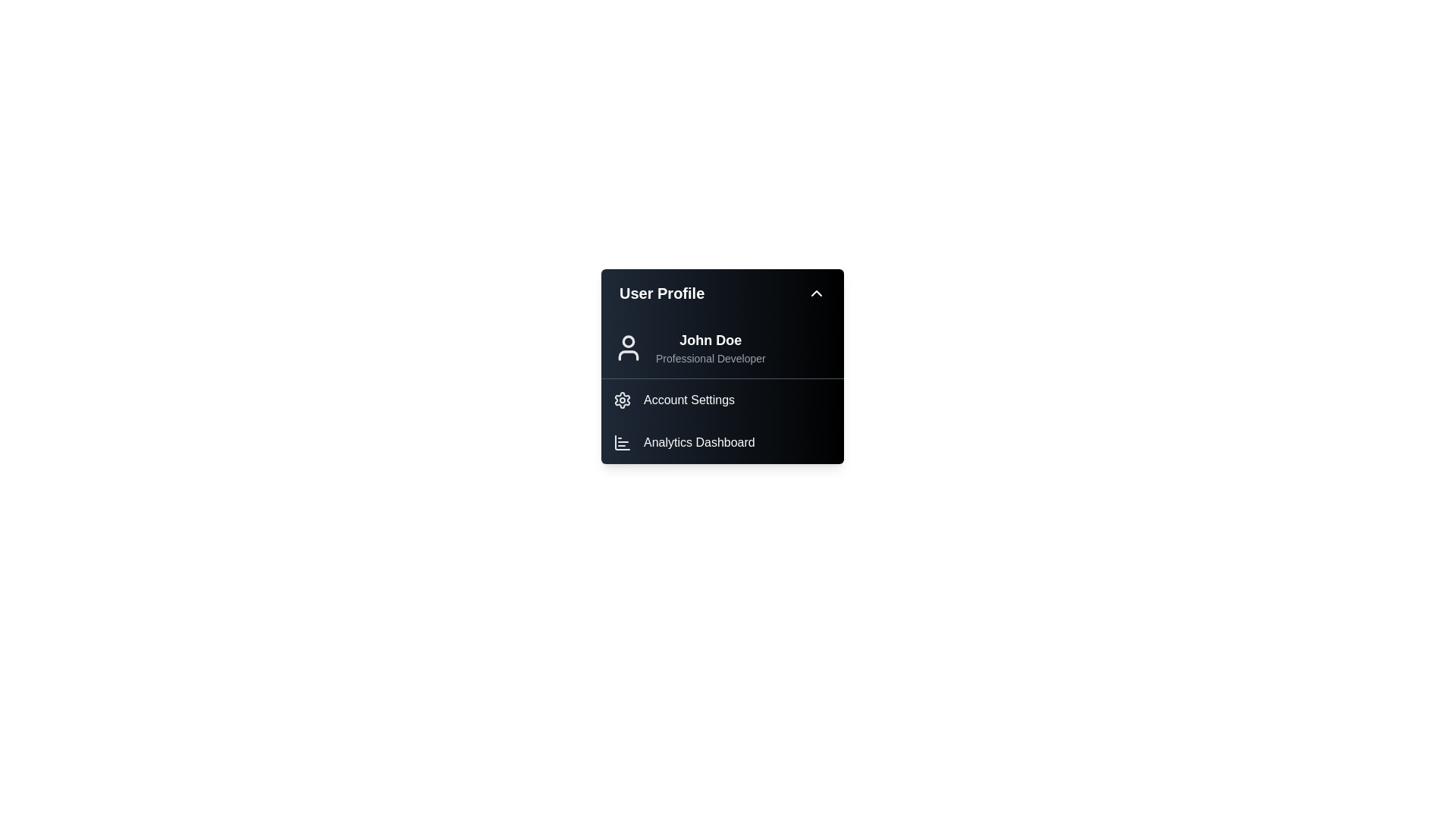  Describe the element at coordinates (722, 400) in the screenshot. I see `the 'Account Settings' option in the UserProfileMenu` at that location.